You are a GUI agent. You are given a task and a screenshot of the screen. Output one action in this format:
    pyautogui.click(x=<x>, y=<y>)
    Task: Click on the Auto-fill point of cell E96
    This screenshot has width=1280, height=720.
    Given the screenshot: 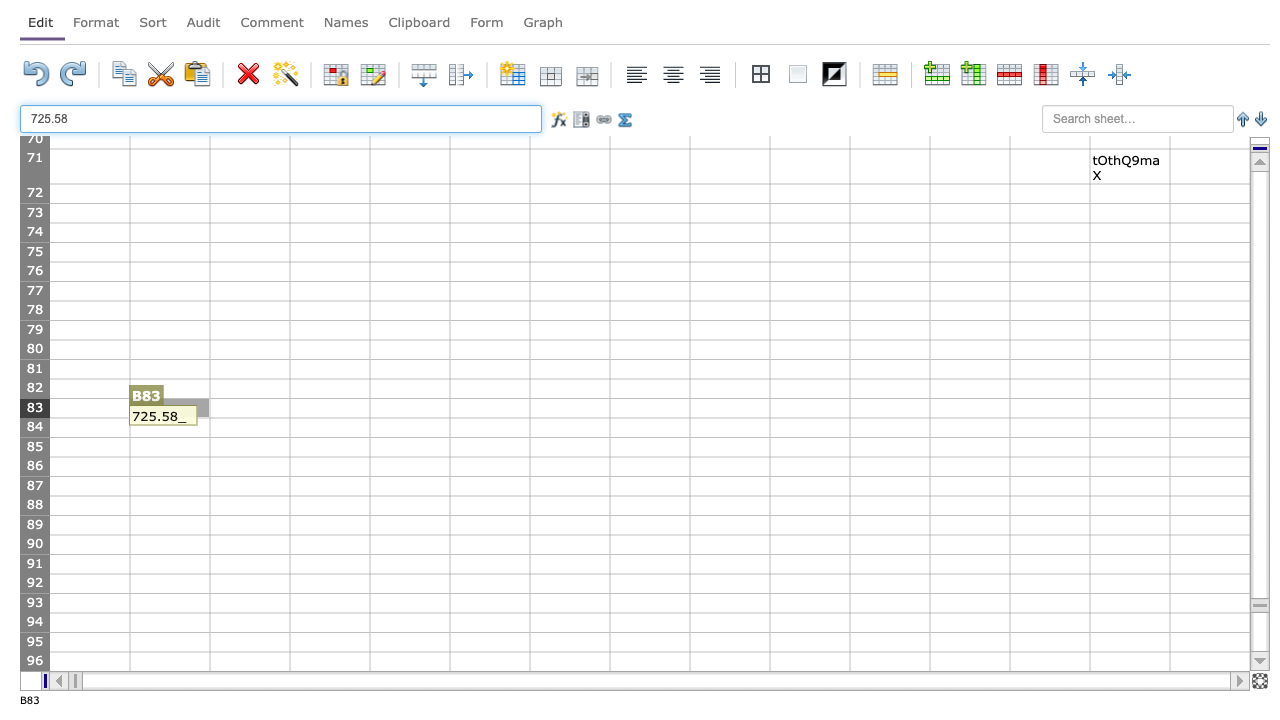 What is the action you would take?
    pyautogui.click(x=449, y=671)
    